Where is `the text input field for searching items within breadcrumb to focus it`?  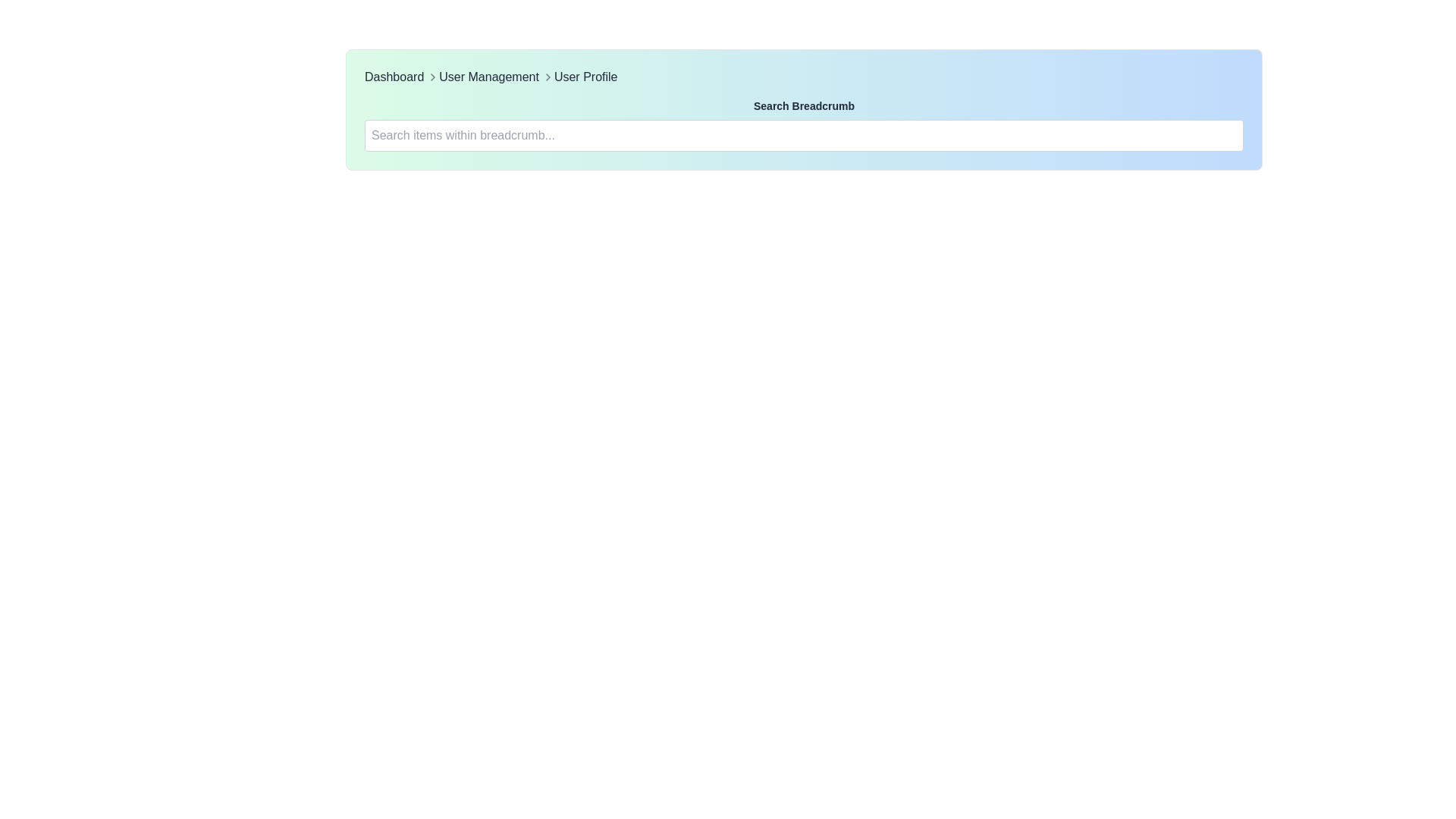 the text input field for searching items within breadcrumb to focus it is located at coordinates (803, 124).